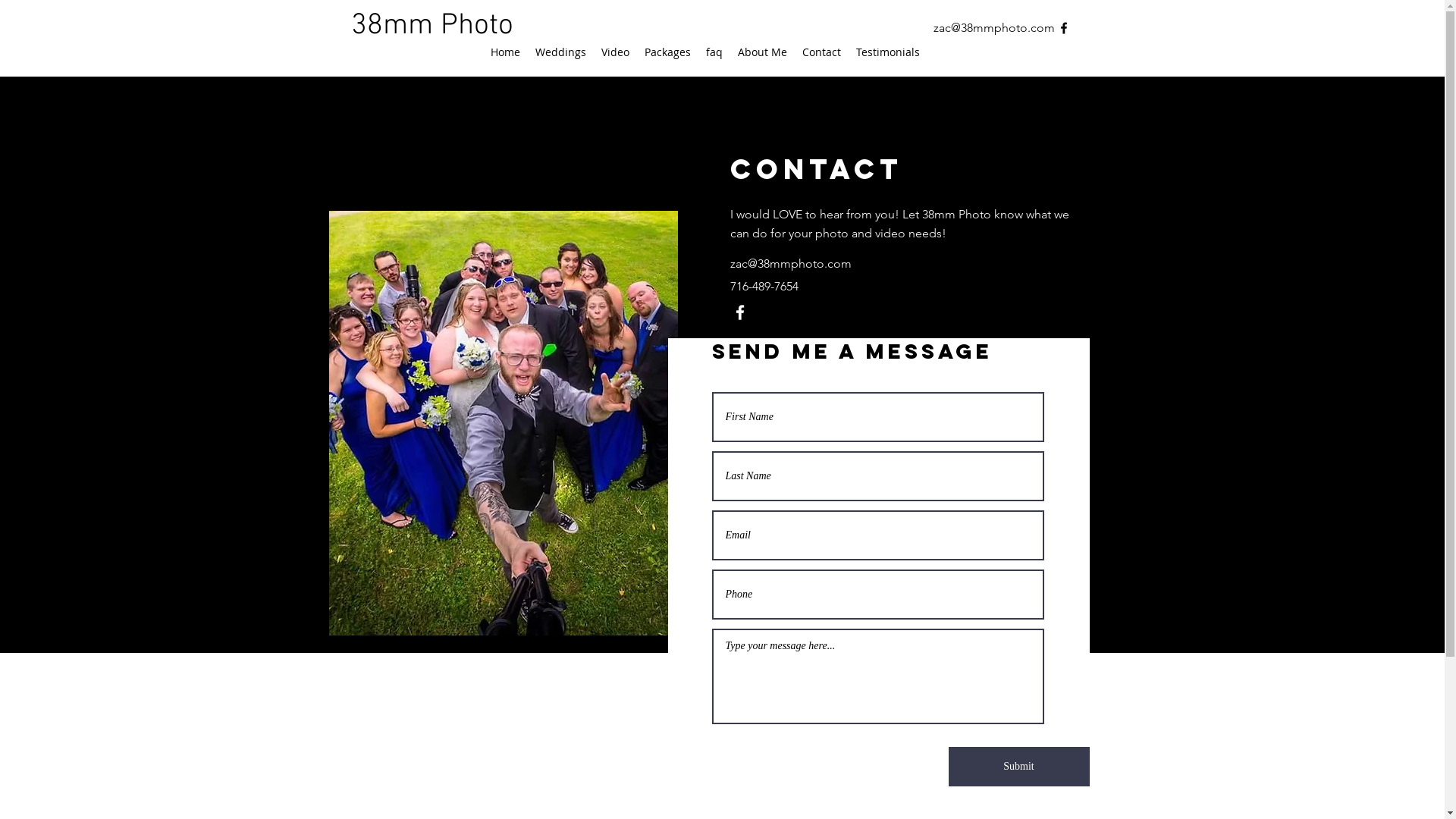  What do you see at coordinates (789, 262) in the screenshot?
I see `'zac@38mmphoto.com'` at bounding box center [789, 262].